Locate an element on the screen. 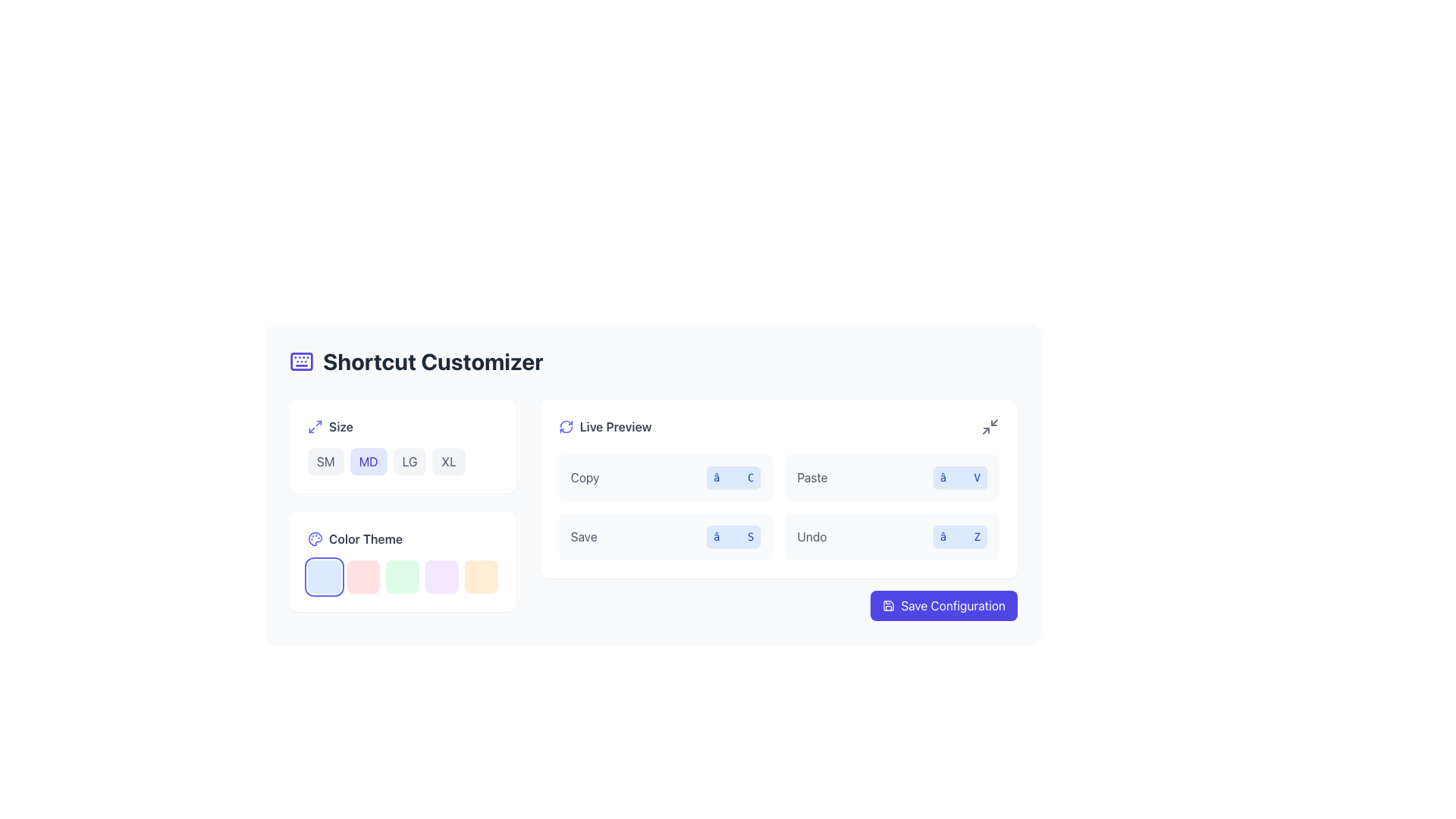 The height and width of the screenshot is (819, 1456). the 'Small' size button located in the 'Size' section is located at coordinates (325, 461).